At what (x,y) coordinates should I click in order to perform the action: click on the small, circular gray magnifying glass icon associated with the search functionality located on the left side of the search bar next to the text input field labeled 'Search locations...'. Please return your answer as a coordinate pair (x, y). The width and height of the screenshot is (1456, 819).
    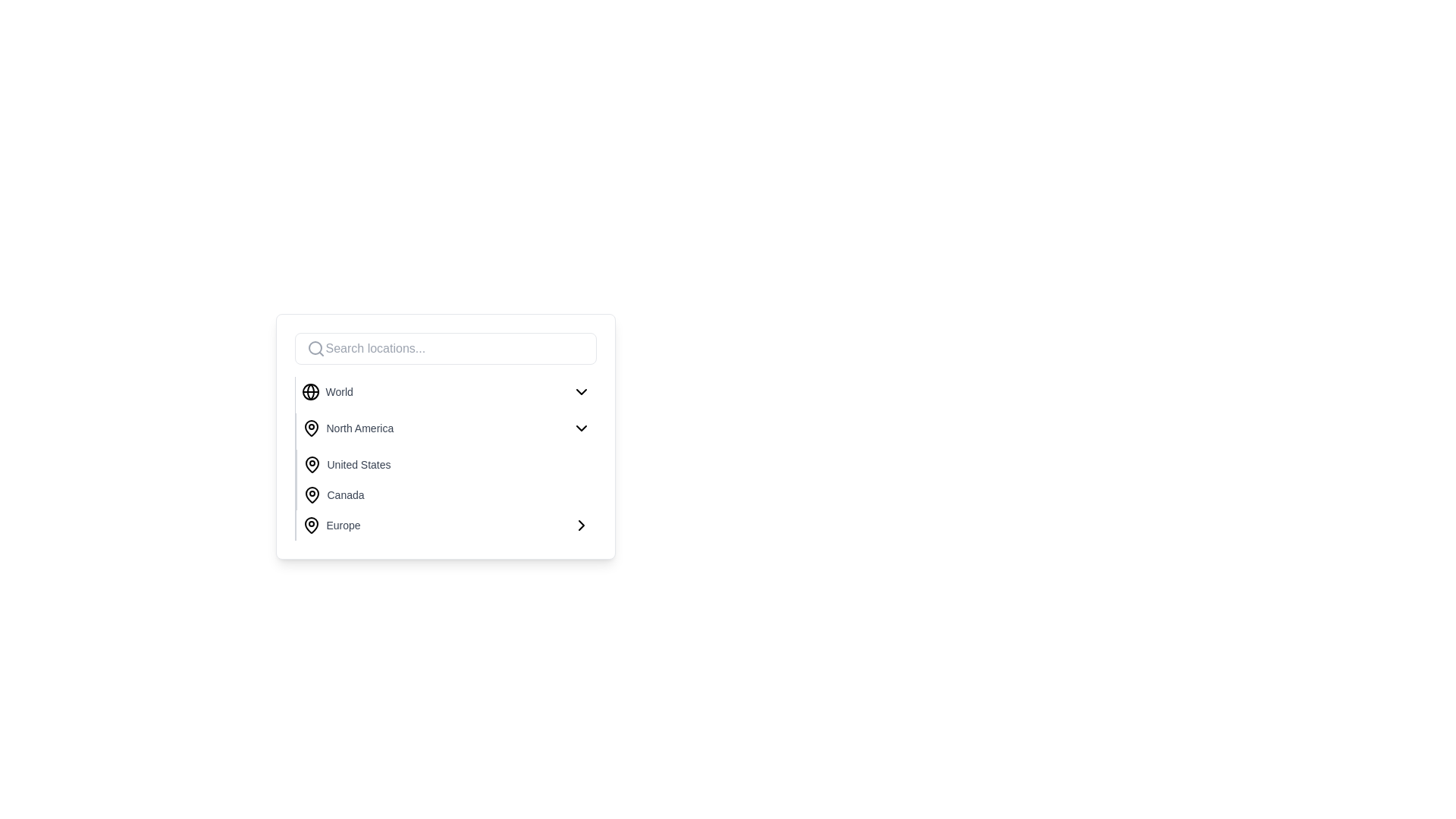
    Looking at the image, I should click on (315, 348).